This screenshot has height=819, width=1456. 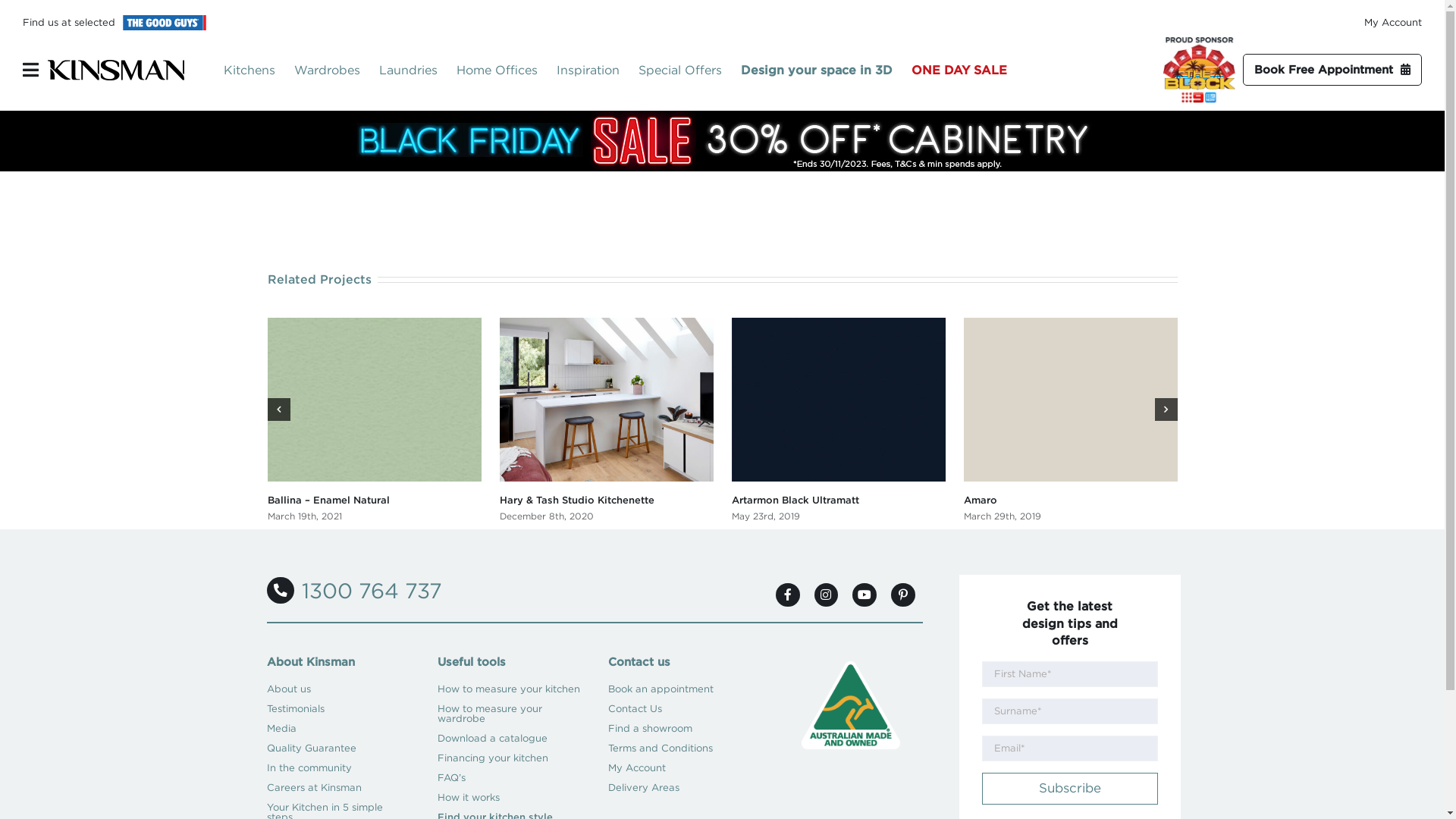 What do you see at coordinates (337, 786) in the screenshot?
I see `'Careers at Kinsman'` at bounding box center [337, 786].